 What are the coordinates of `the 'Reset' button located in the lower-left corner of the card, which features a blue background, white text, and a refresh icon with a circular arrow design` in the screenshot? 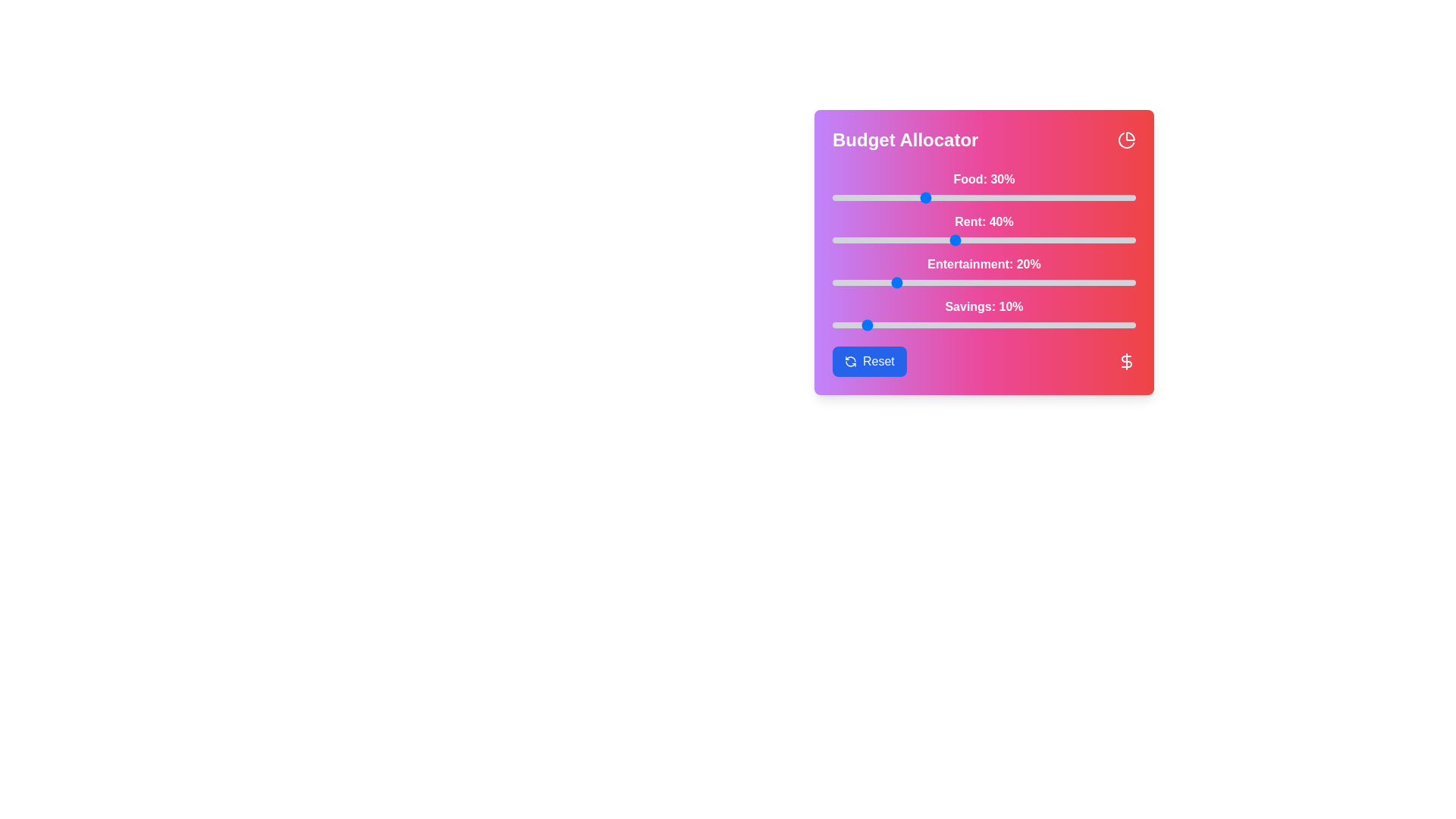 It's located at (869, 362).